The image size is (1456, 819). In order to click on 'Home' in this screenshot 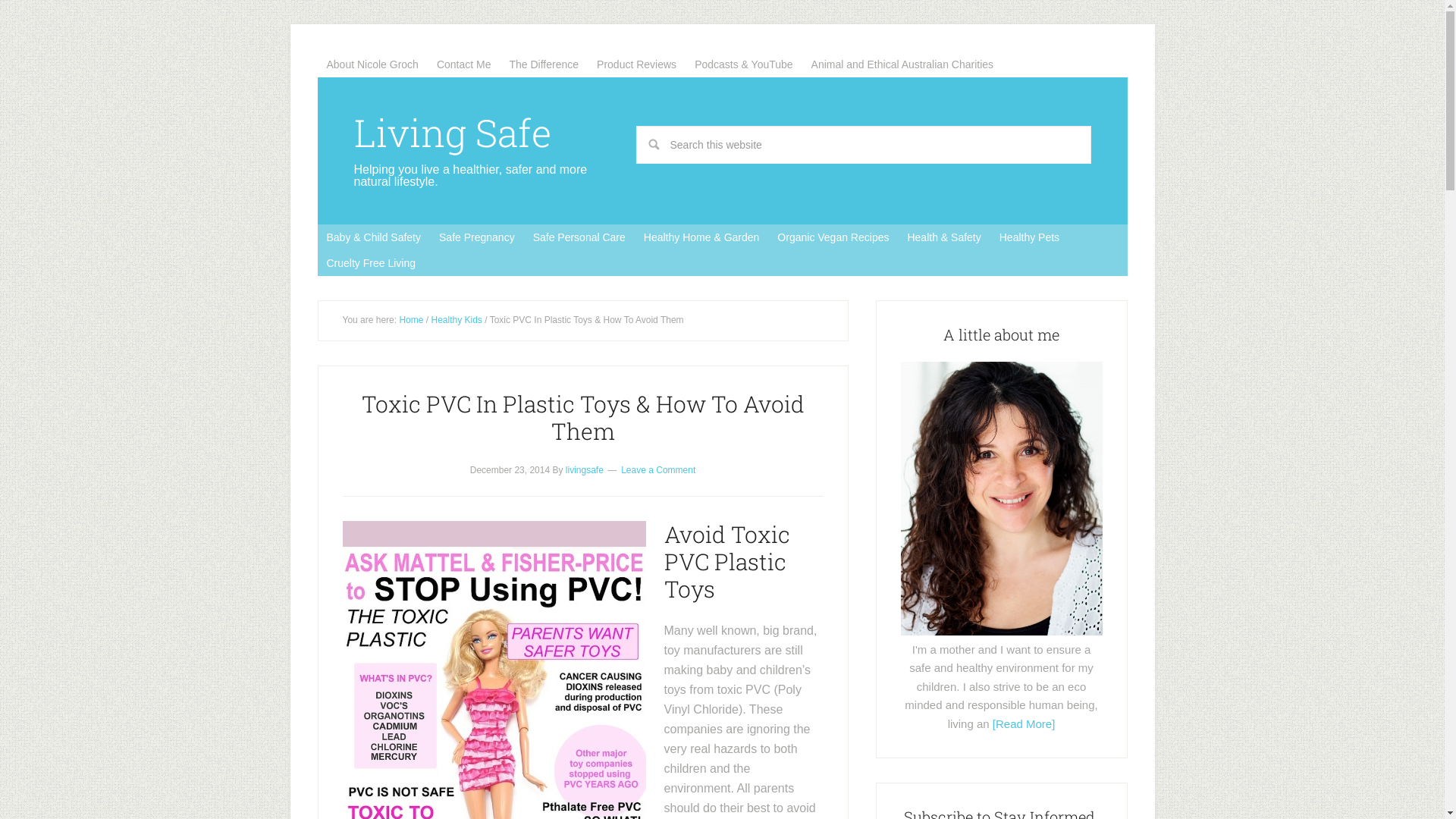, I will do `click(399, 318)`.